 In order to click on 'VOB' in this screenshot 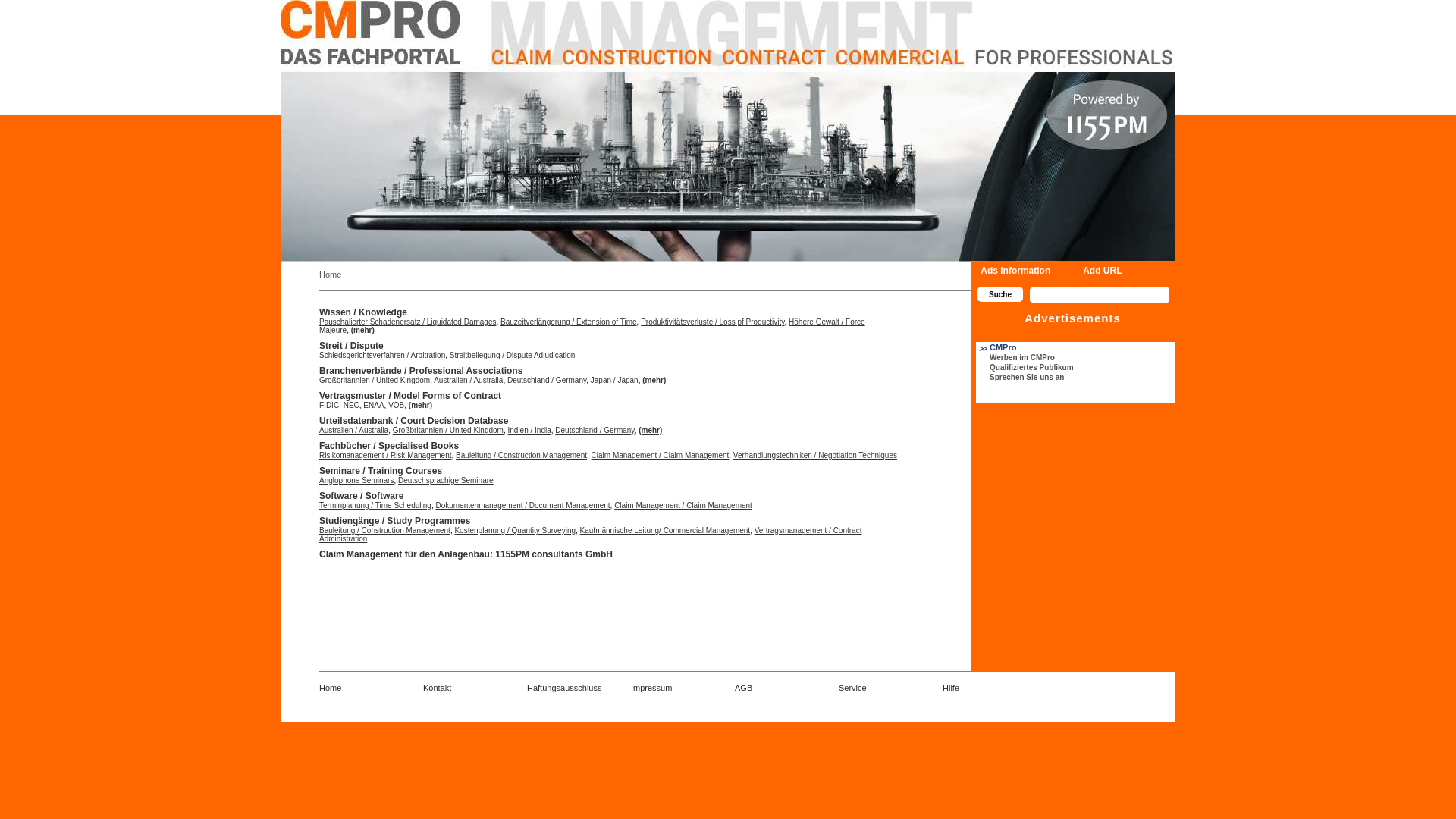, I will do `click(396, 404)`.